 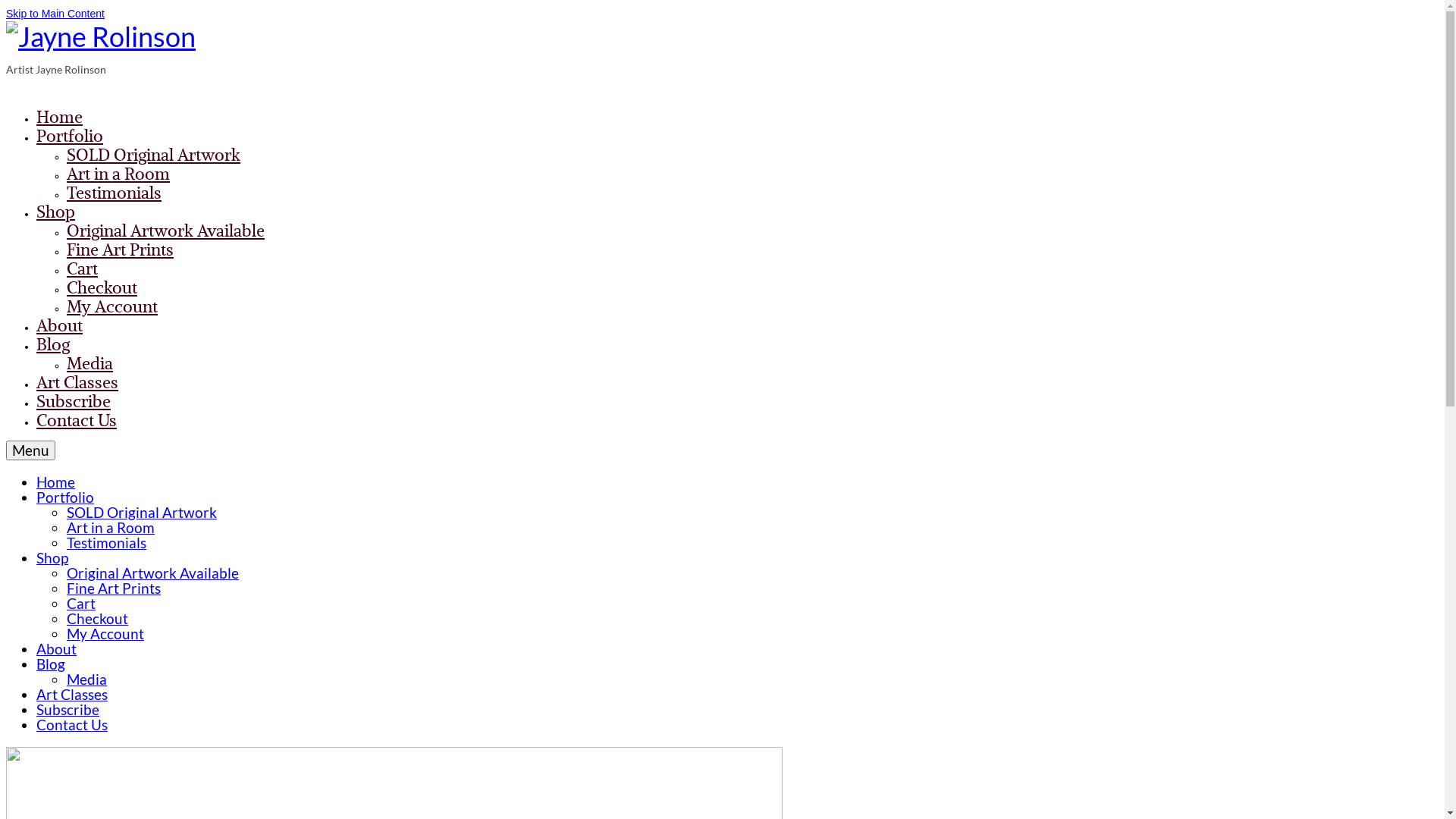 What do you see at coordinates (51, 663) in the screenshot?
I see `'Blog'` at bounding box center [51, 663].